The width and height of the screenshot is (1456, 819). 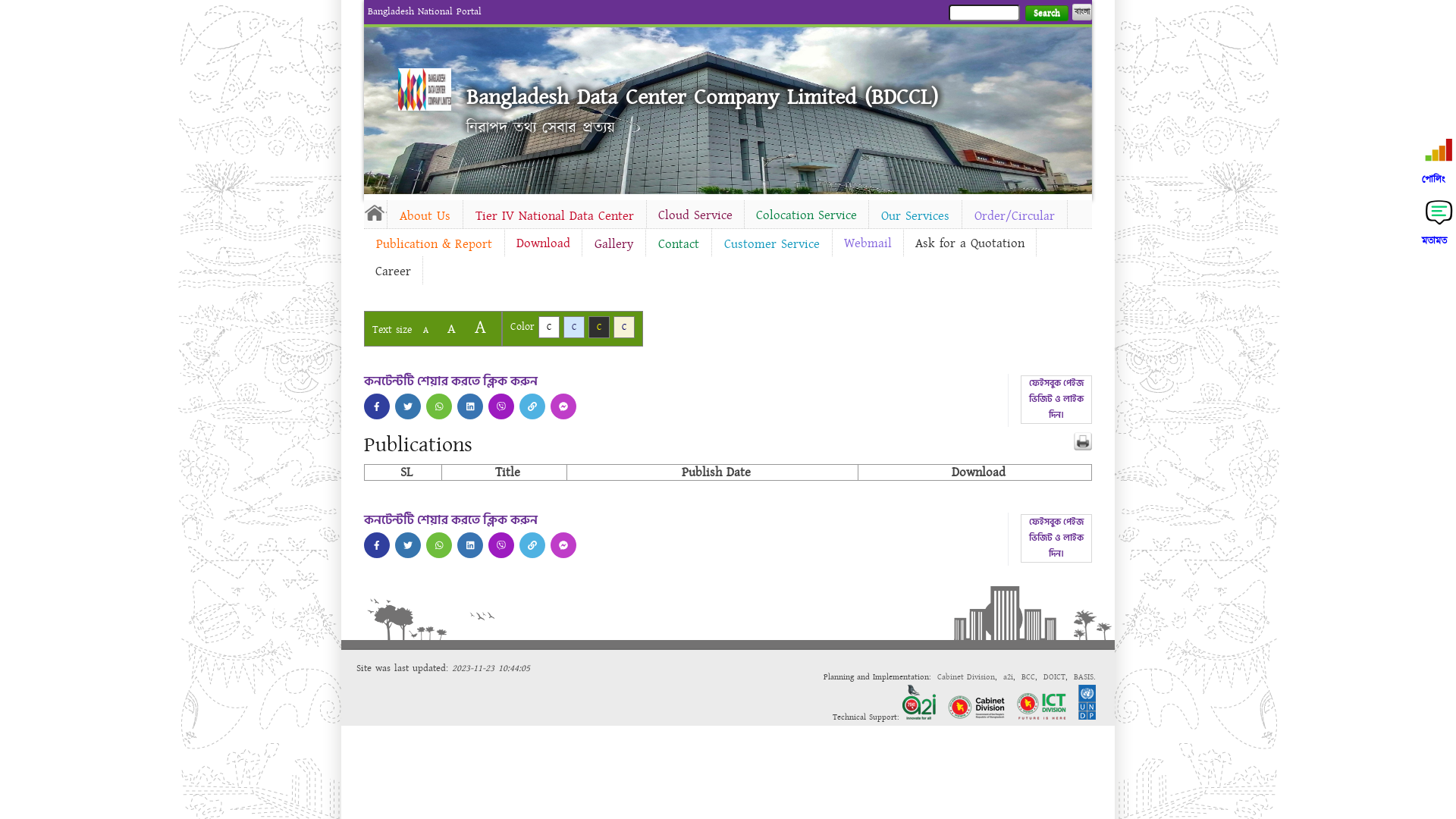 What do you see at coordinates (375, 212) in the screenshot?
I see `'Home'` at bounding box center [375, 212].